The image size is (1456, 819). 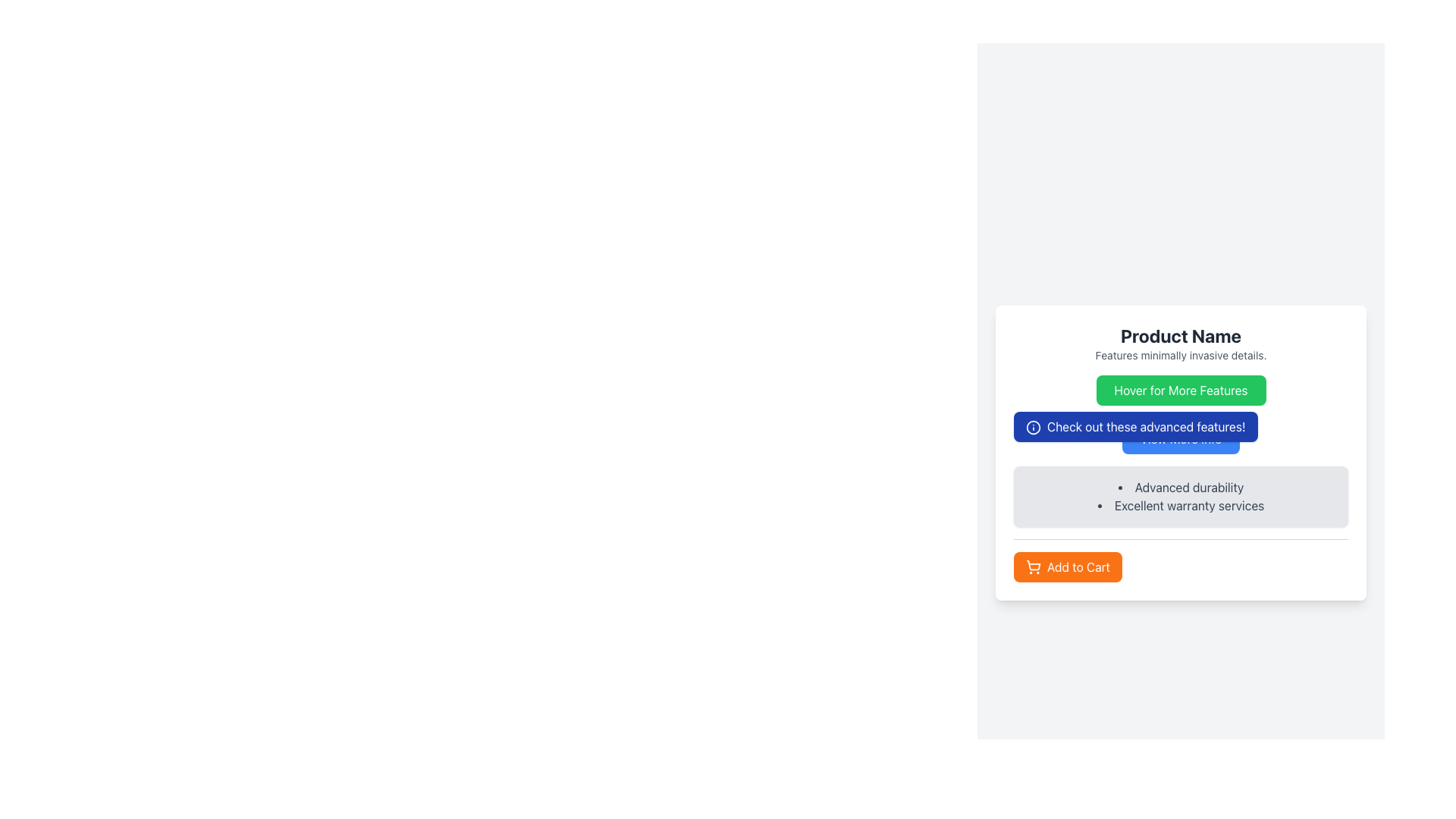 What do you see at coordinates (1067, 566) in the screenshot?
I see `the 'Add to Cart' button with a bright orange background, white text, and a shopping cart icon` at bounding box center [1067, 566].